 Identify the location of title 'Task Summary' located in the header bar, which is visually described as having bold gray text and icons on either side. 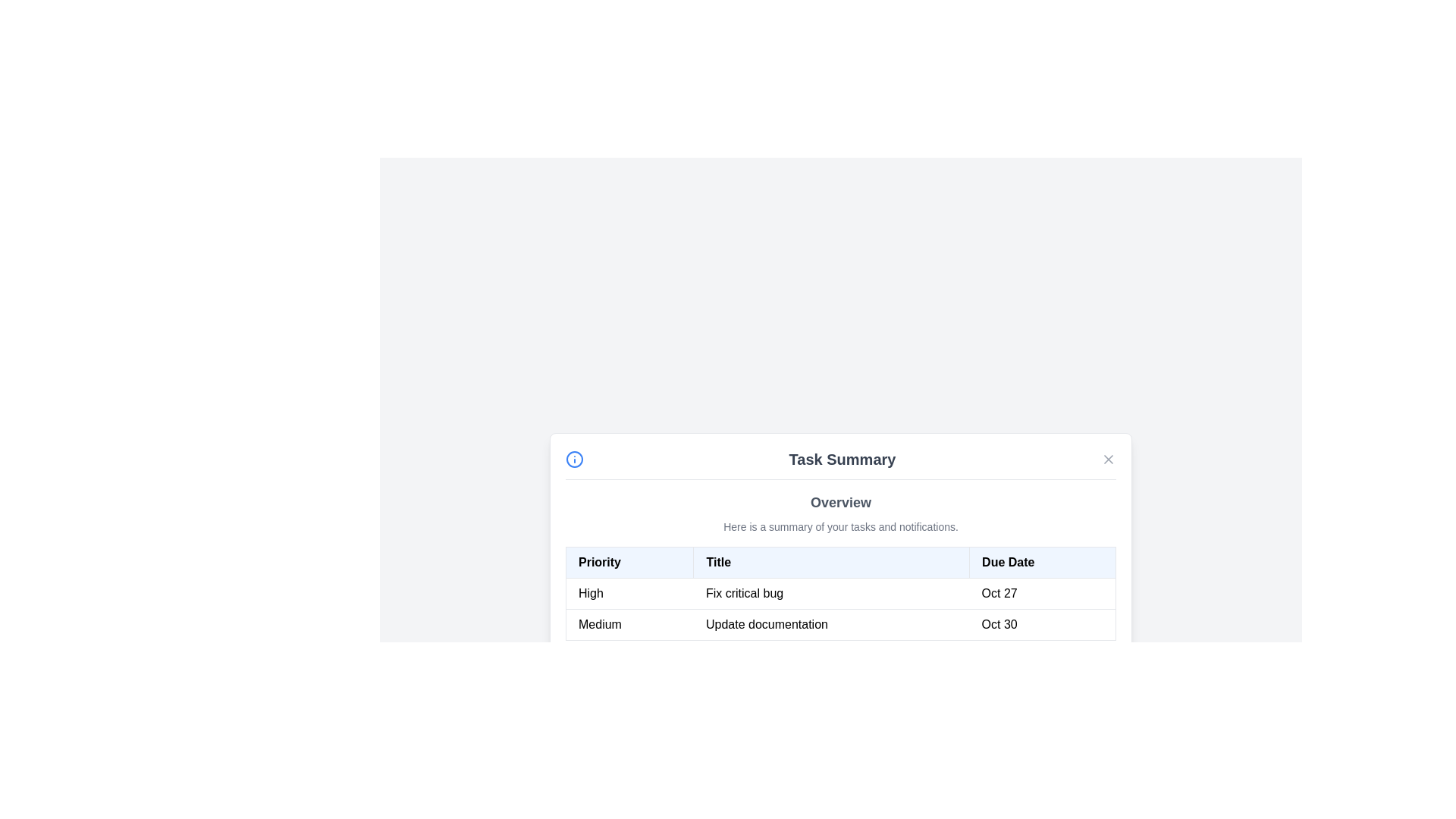
(839, 463).